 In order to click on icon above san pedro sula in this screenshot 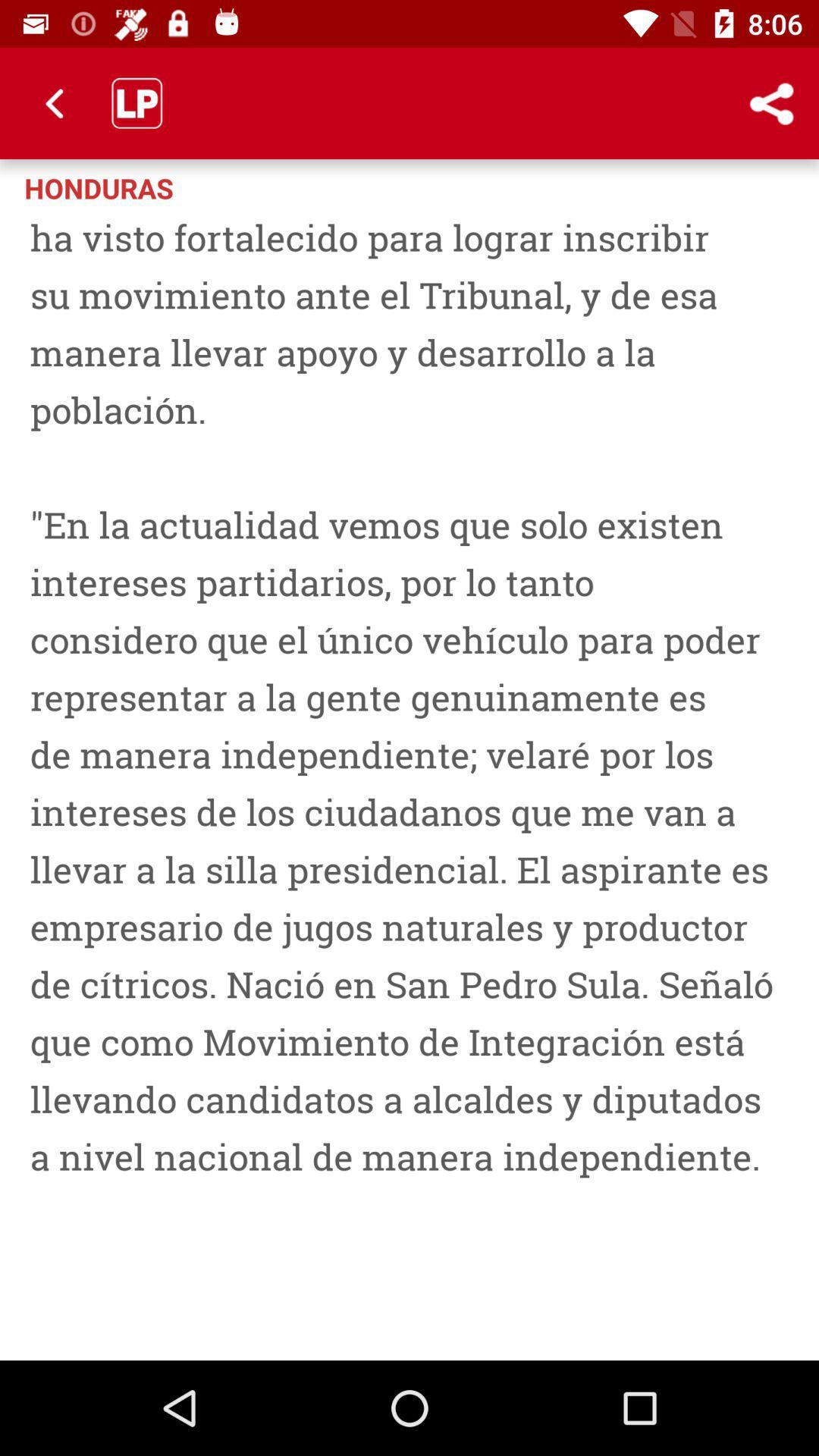, I will do `click(709, 186)`.